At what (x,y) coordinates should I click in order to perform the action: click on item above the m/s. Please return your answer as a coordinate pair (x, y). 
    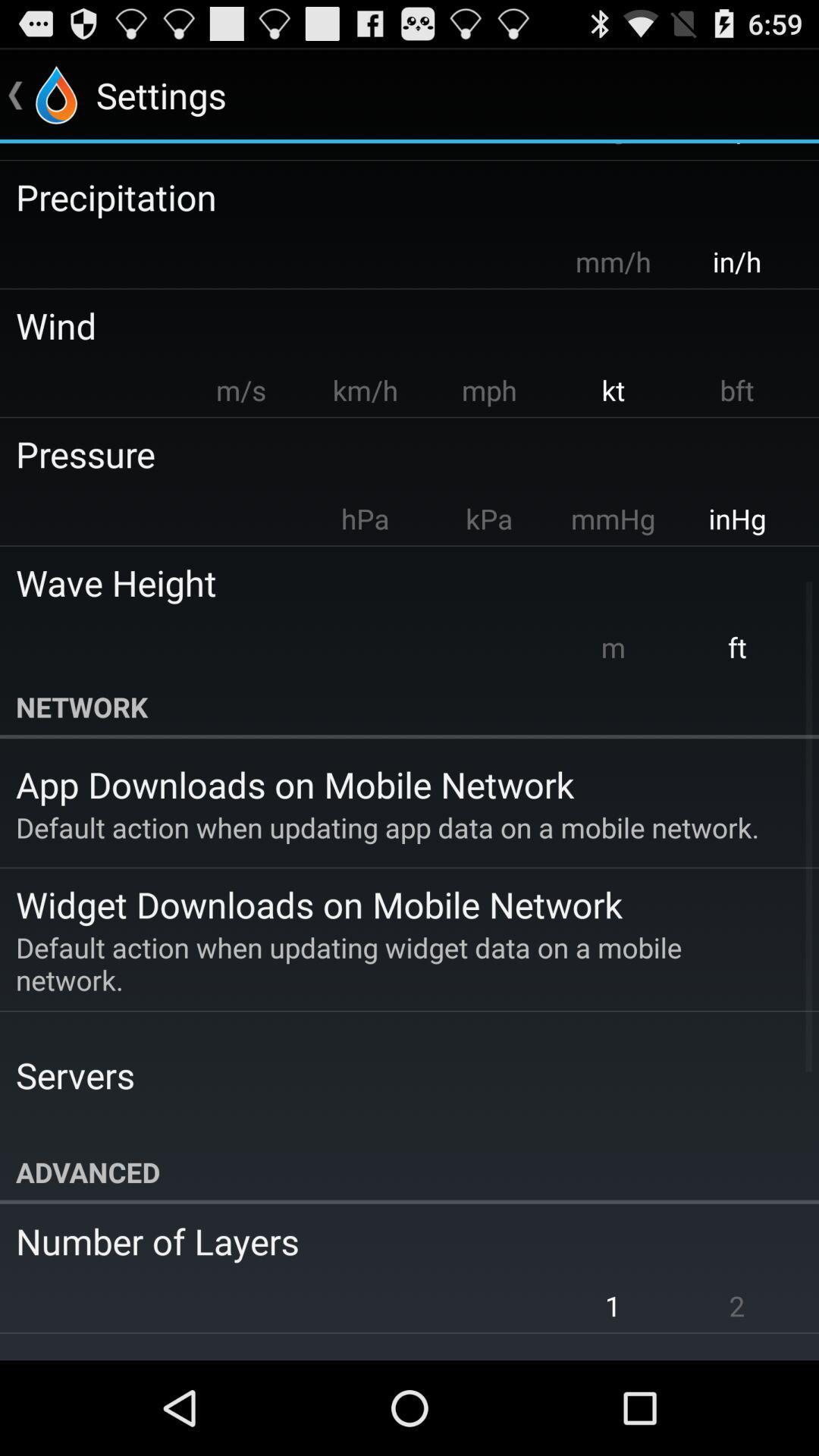
    Looking at the image, I should click on (398, 325).